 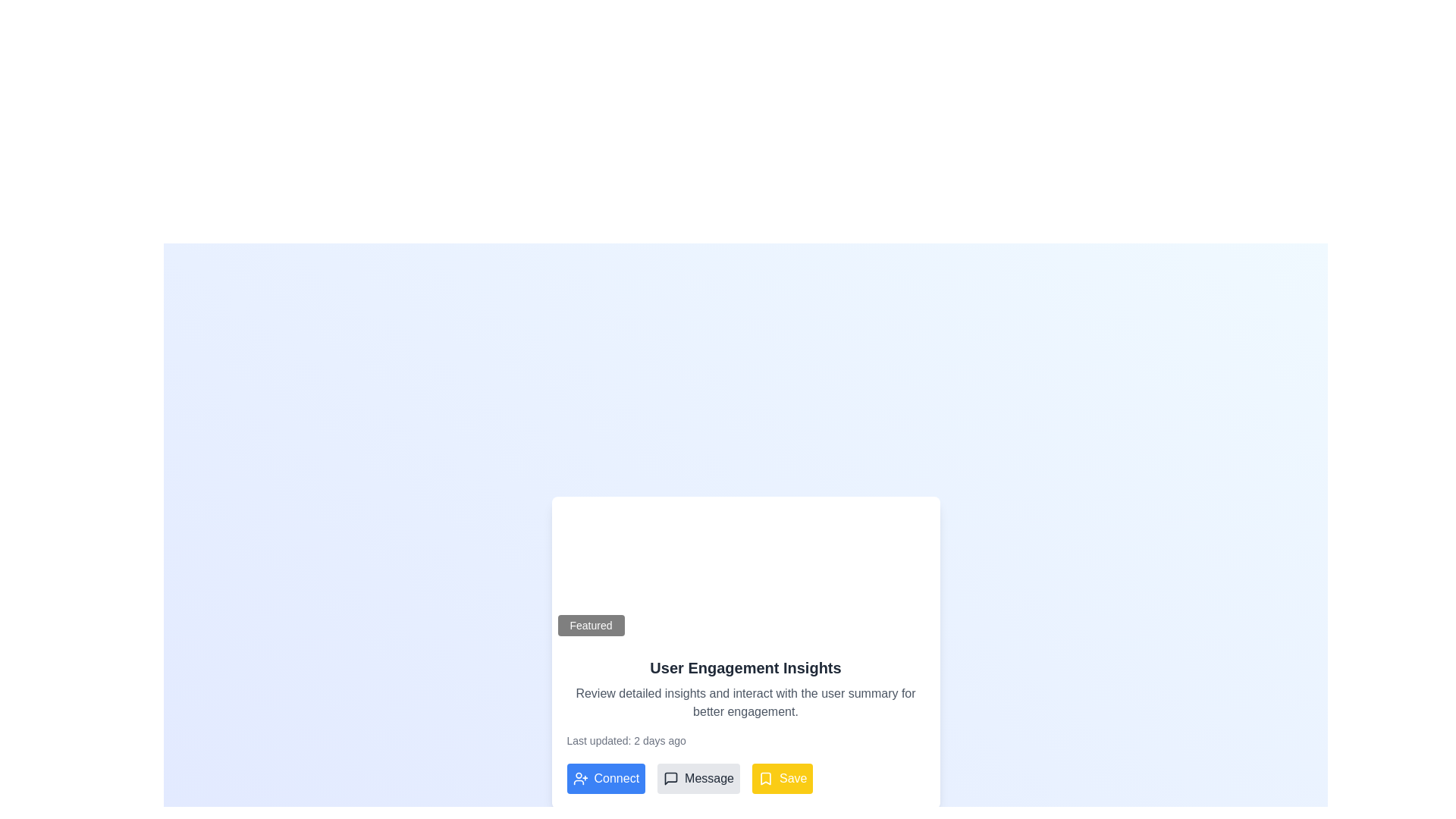 I want to click on the 'Message' button, which is a rectangular button with a gray background and rounded edges, located centrally at the bottom of a white card interface, positioned between the blue 'Connect' button and the yellow 'Save' button, so click(x=698, y=778).